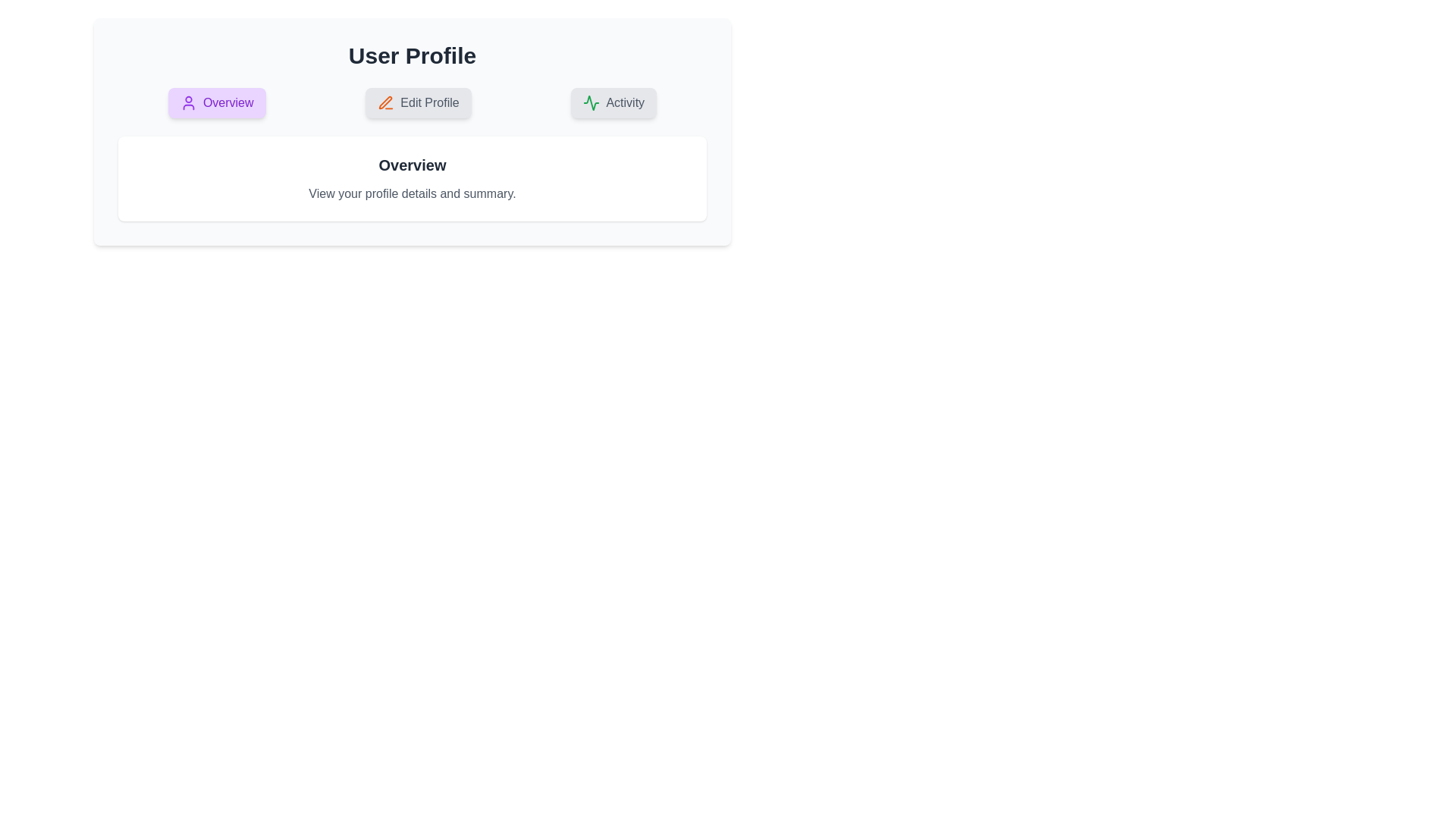  I want to click on the Edit Profile tab by clicking on it, so click(419, 102).